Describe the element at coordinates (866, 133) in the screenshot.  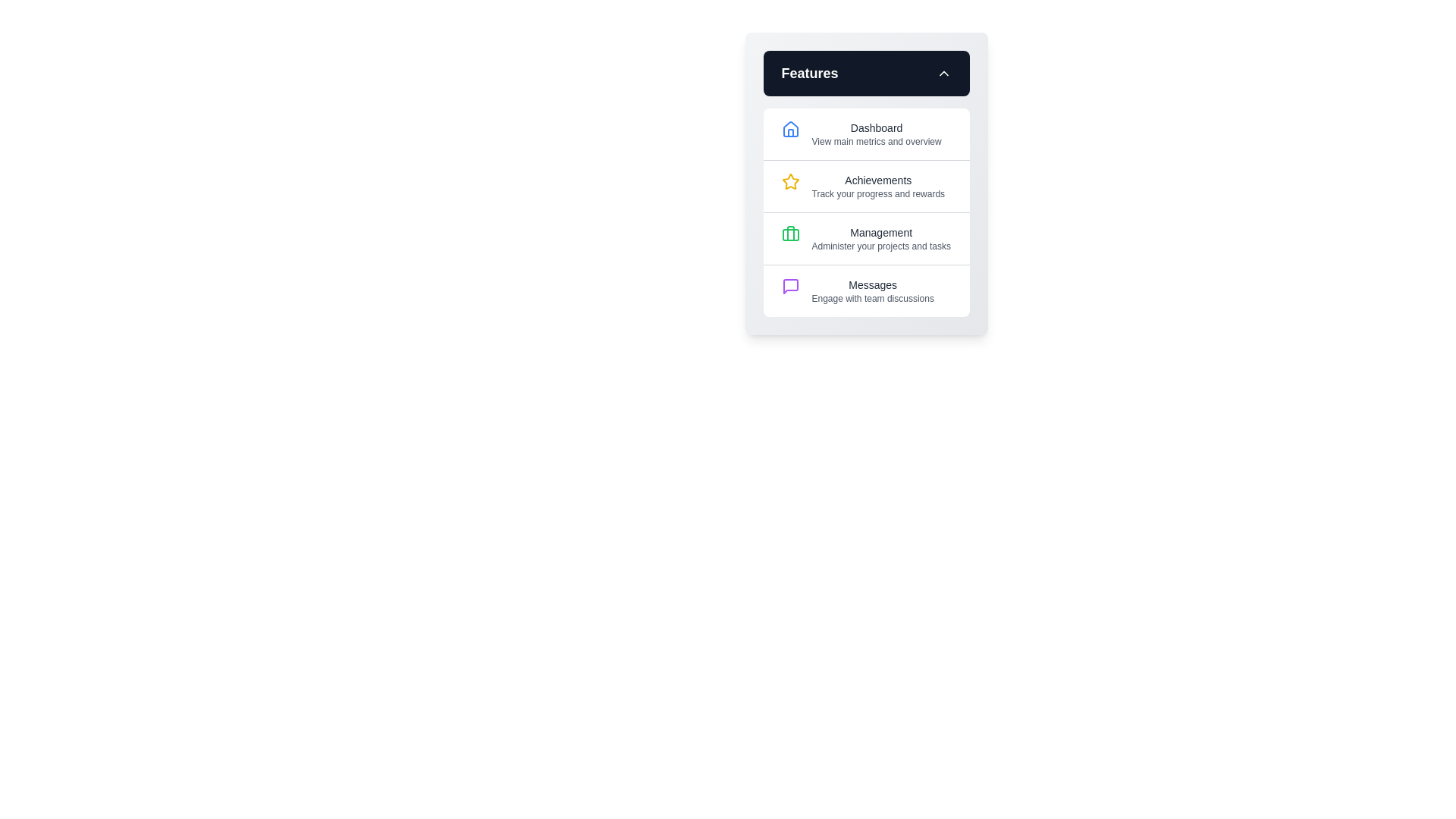
I see `the 'Dashboard' list item in the navigation menu, which features a blue house icon and bold text` at that location.